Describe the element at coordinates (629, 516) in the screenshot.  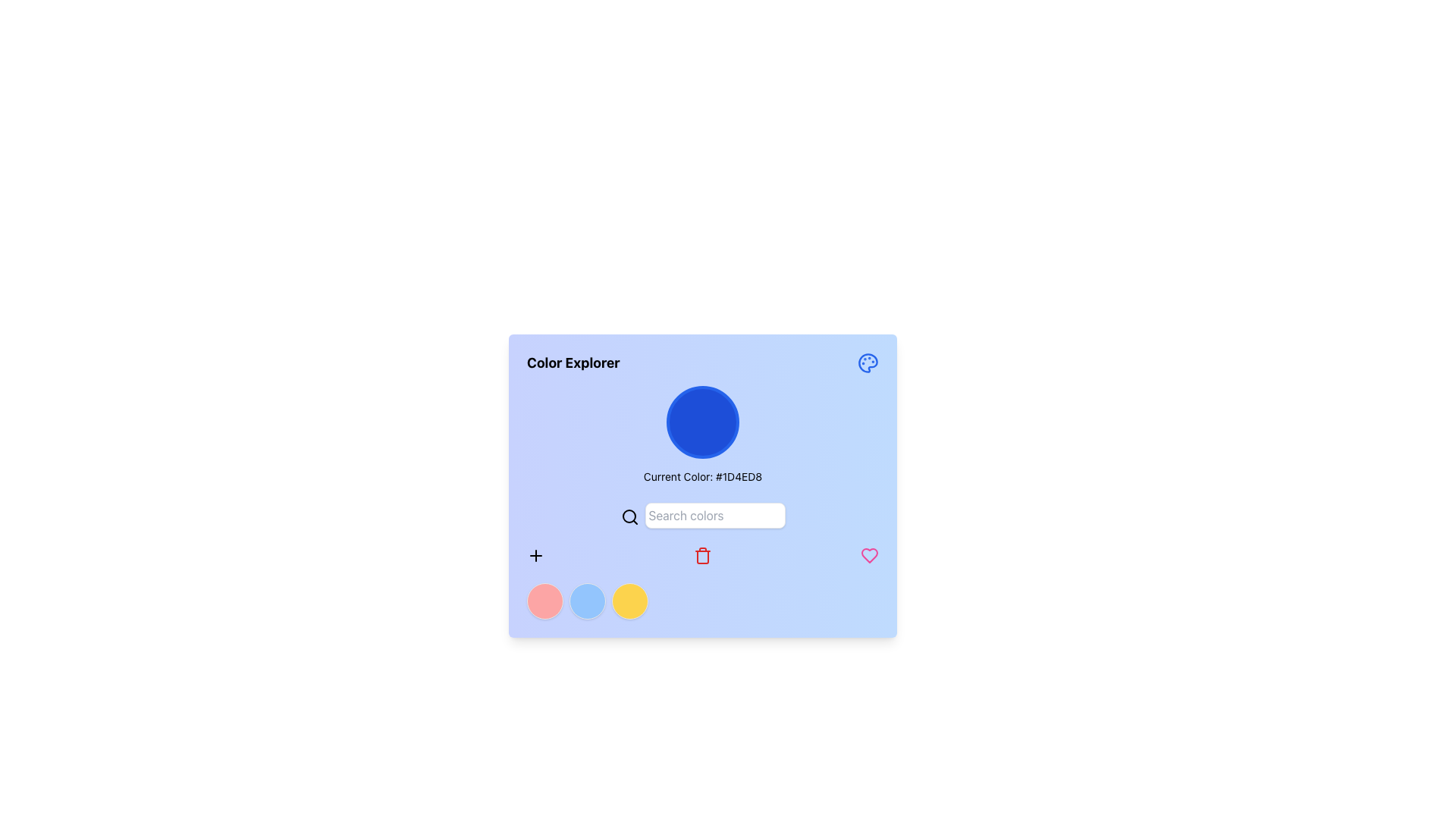
I see `the search icon located to the left of the input field to initiate the search operation` at that location.